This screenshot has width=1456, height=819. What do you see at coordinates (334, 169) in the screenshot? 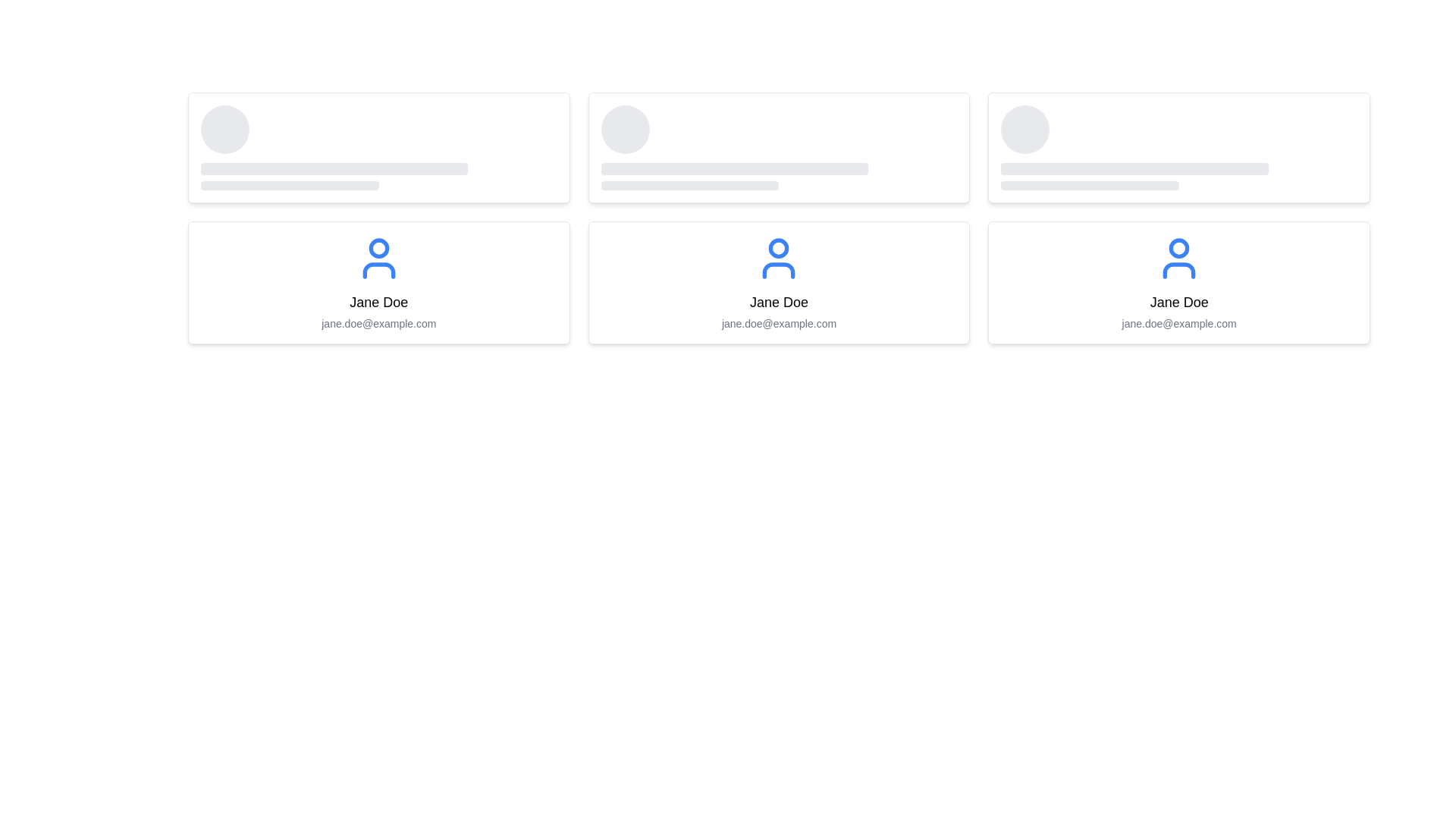
I see `the visual placeholder (skeleton loader bar) element, which is a horizontal light gray bar with rounded corners, located beneath a circular avatar placeholder` at bounding box center [334, 169].